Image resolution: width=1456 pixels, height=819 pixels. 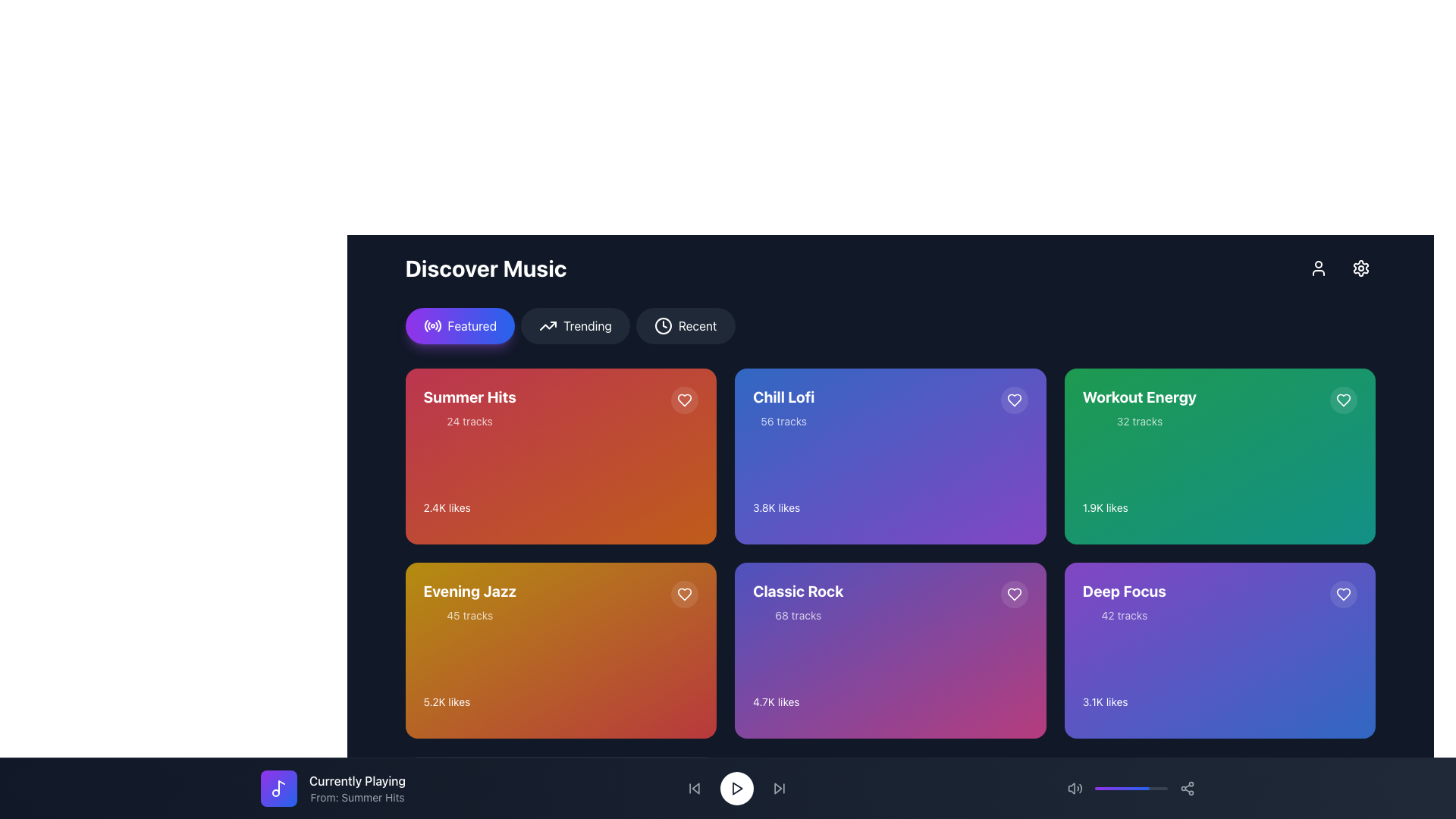 What do you see at coordinates (1009, 725) in the screenshot?
I see `the play button located in the bottom-right corner of the 'Classic Rock' tile to initiate playback for the associated album or playlist` at bounding box center [1009, 725].